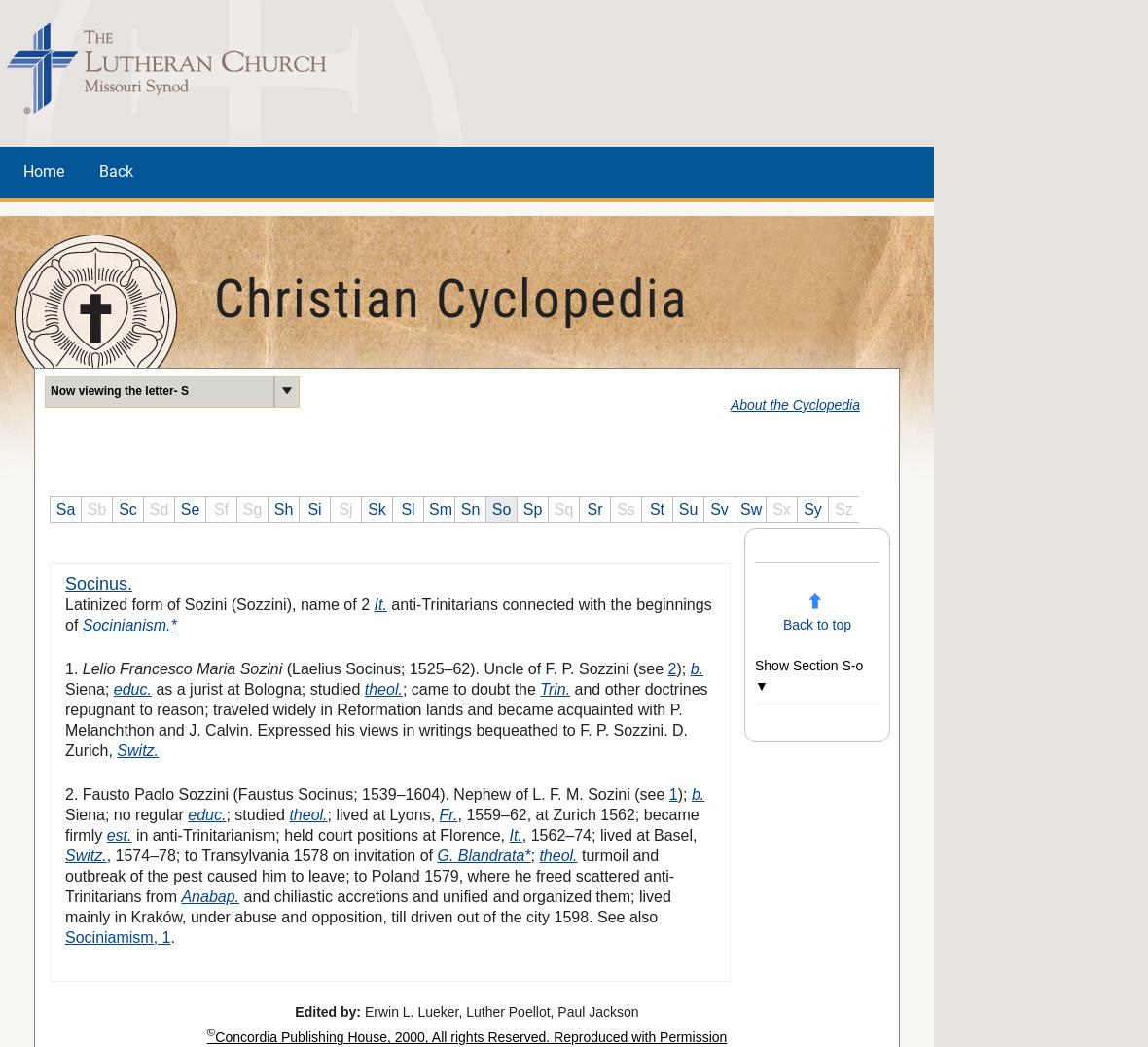 The image size is (1148, 1047). What do you see at coordinates (499, 1010) in the screenshot?
I see `'Erwin L. Lueker, Luther Poellot, Paul Jackson'` at bounding box center [499, 1010].